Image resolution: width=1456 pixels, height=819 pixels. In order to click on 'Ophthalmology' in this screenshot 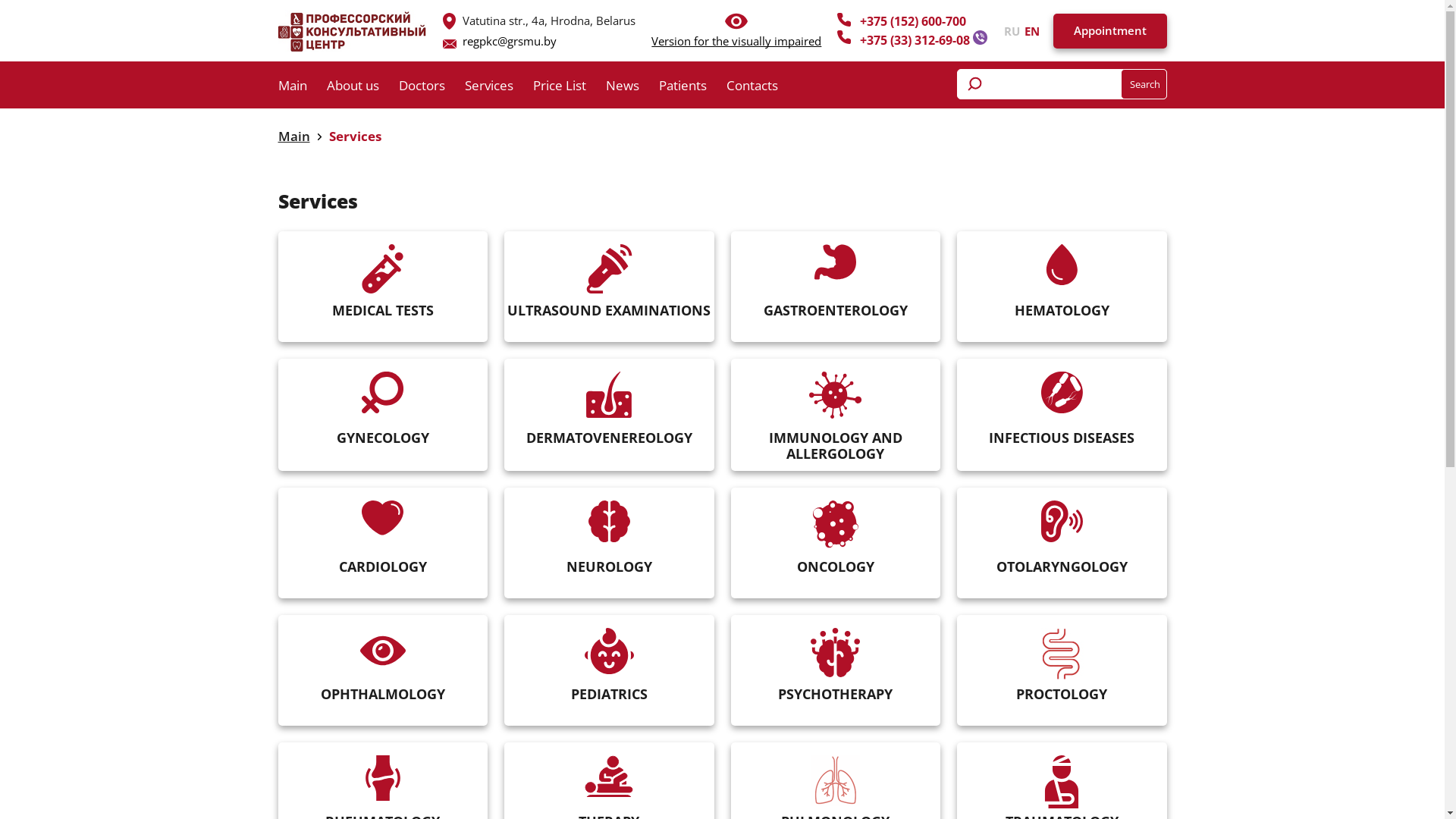, I will do `click(382, 649)`.